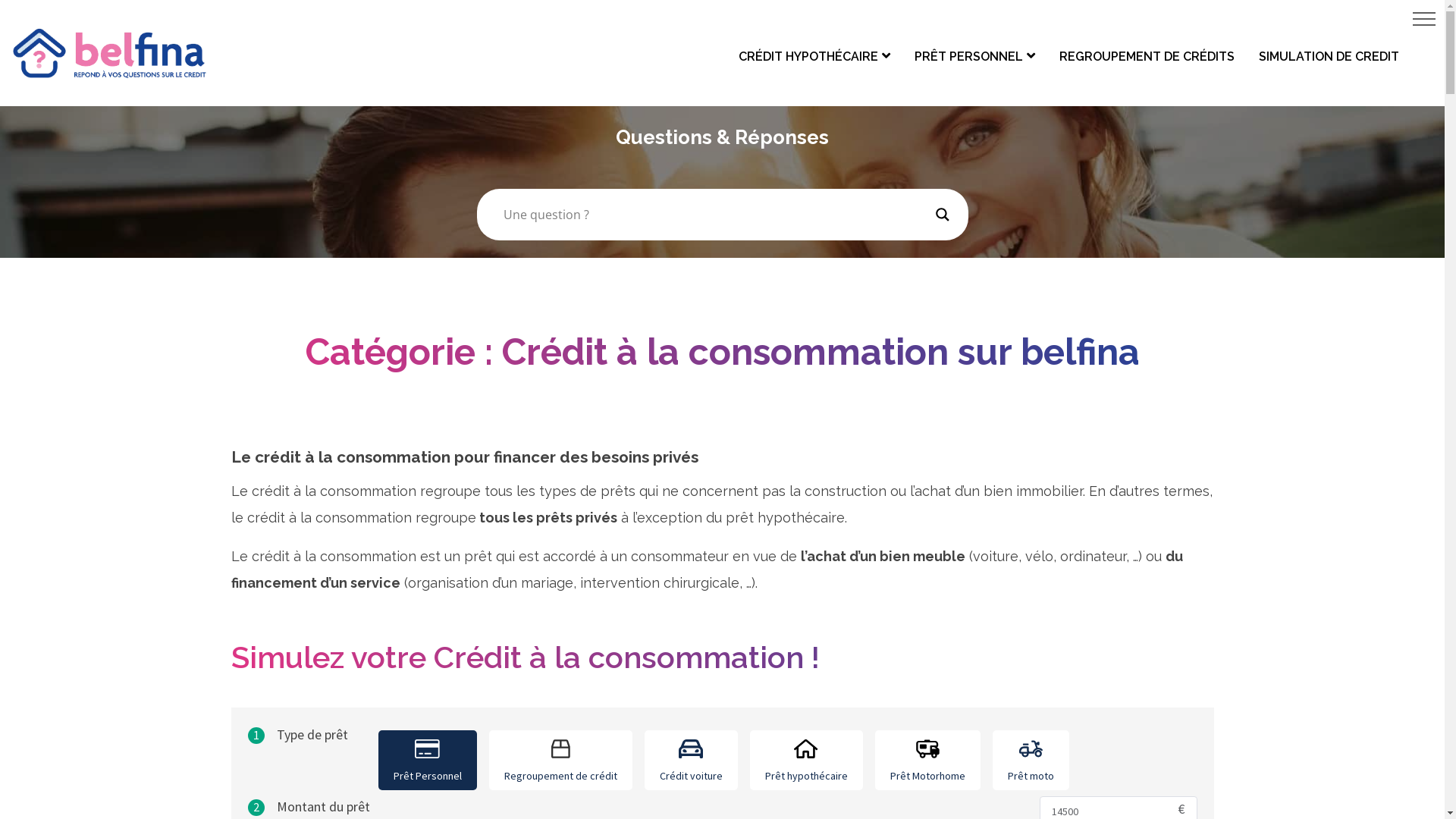 Image resolution: width=1456 pixels, height=819 pixels. What do you see at coordinates (1328, 55) in the screenshot?
I see `'SIMULATION DE CREDIT'` at bounding box center [1328, 55].